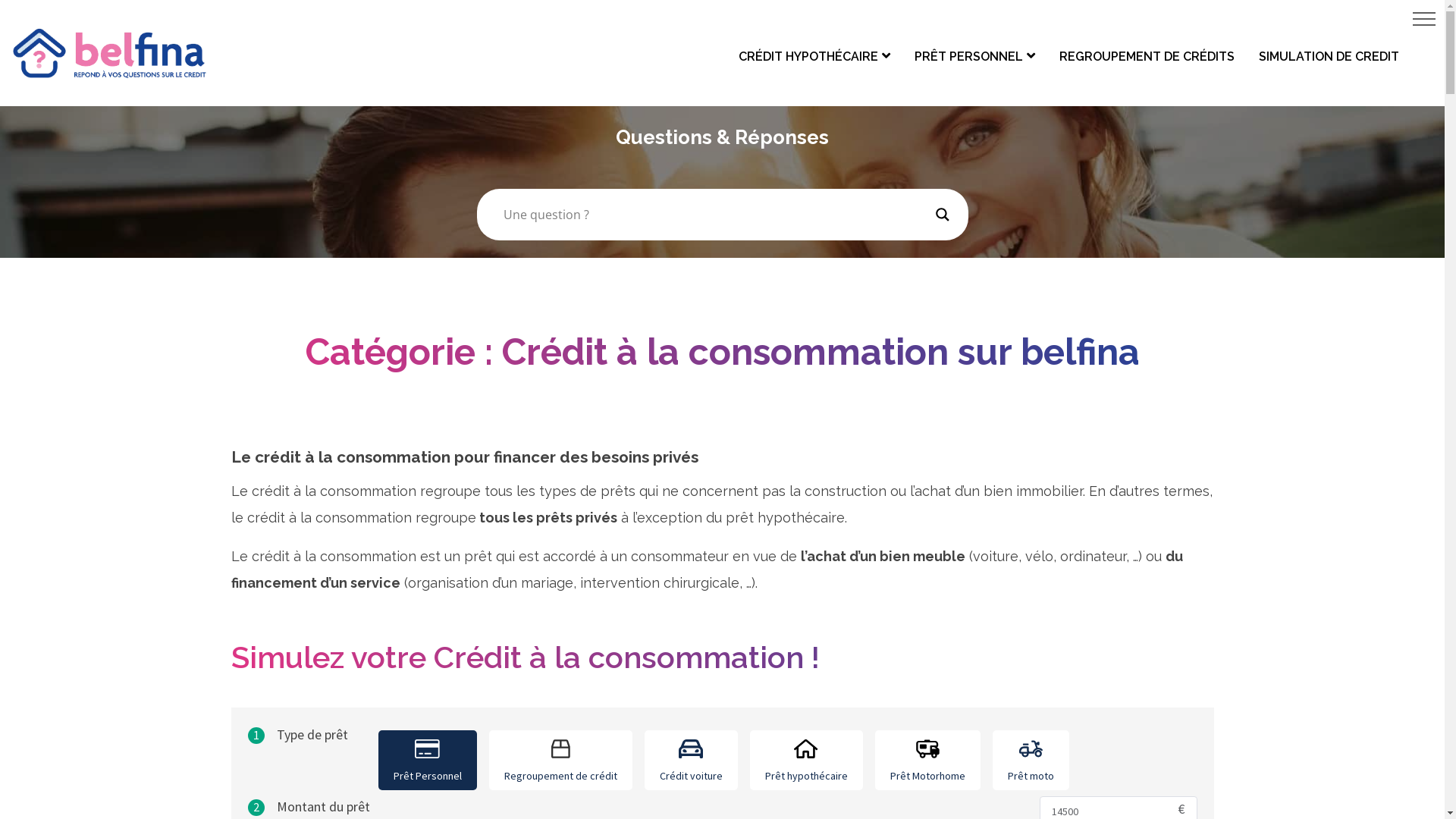 Image resolution: width=1456 pixels, height=819 pixels. What do you see at coordinates (1328, 55) in the screenshot?
I see `'SIMULATION DE CREDIT'` at bounding box center [1328, 55].